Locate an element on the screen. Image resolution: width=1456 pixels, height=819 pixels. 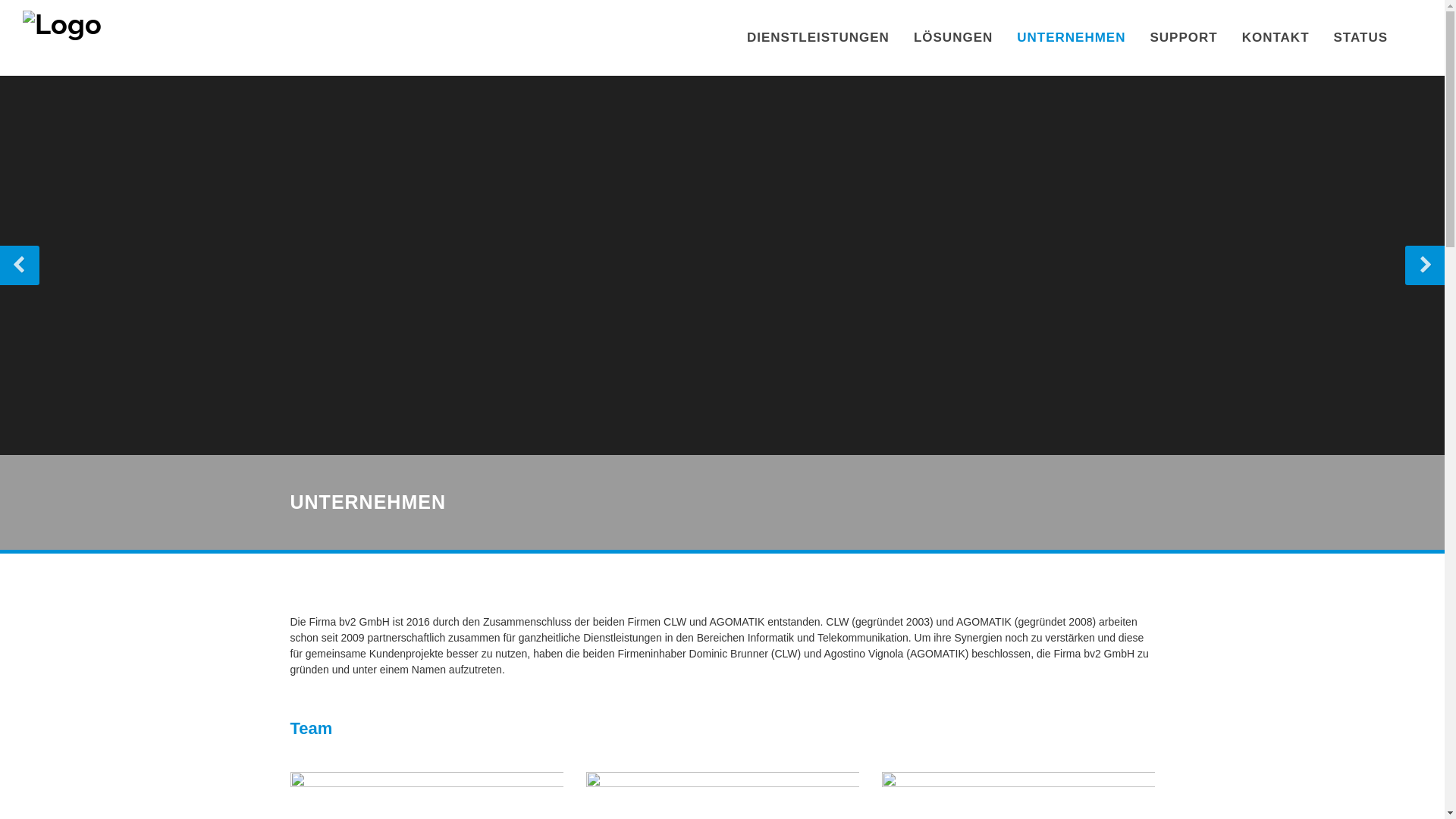
'SUPPORT' is located at coordinates (1182, 37).